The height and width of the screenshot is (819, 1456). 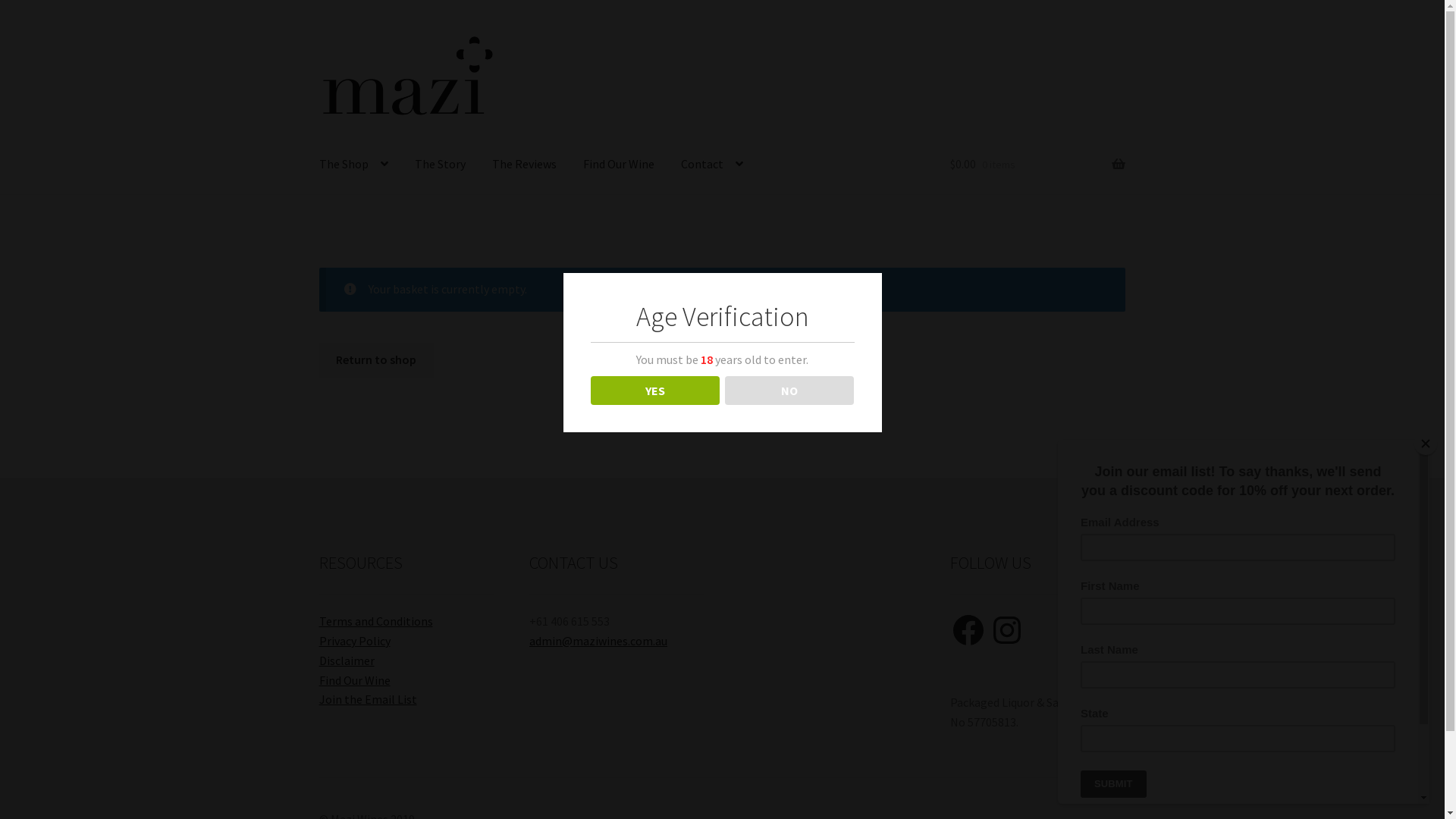 What do you see at coordinates (655, 390) in the screenshot?
I see `'YES'` at bounding box center [655, 390].